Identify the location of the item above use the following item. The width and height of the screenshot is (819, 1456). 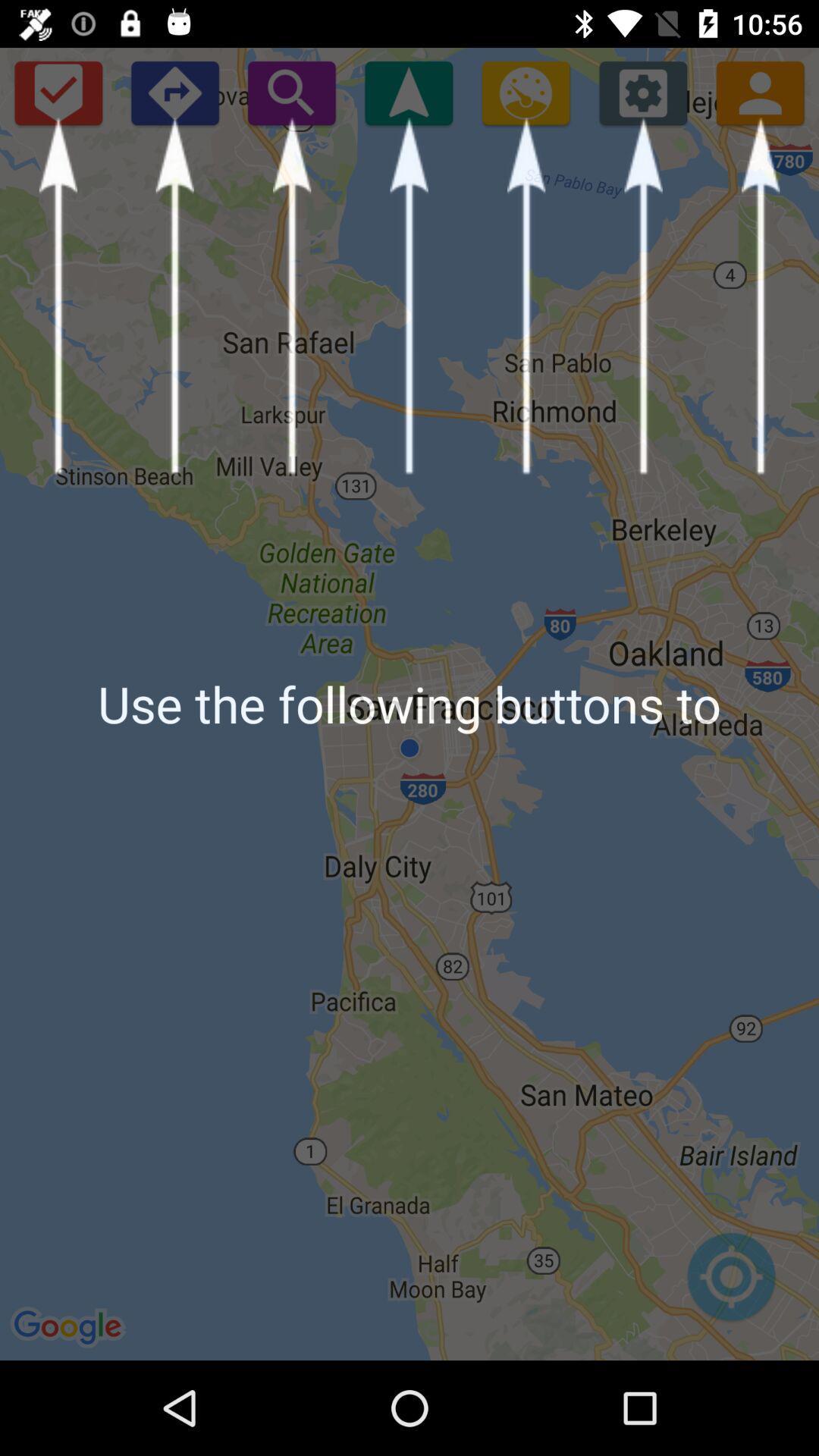
(57, 92).